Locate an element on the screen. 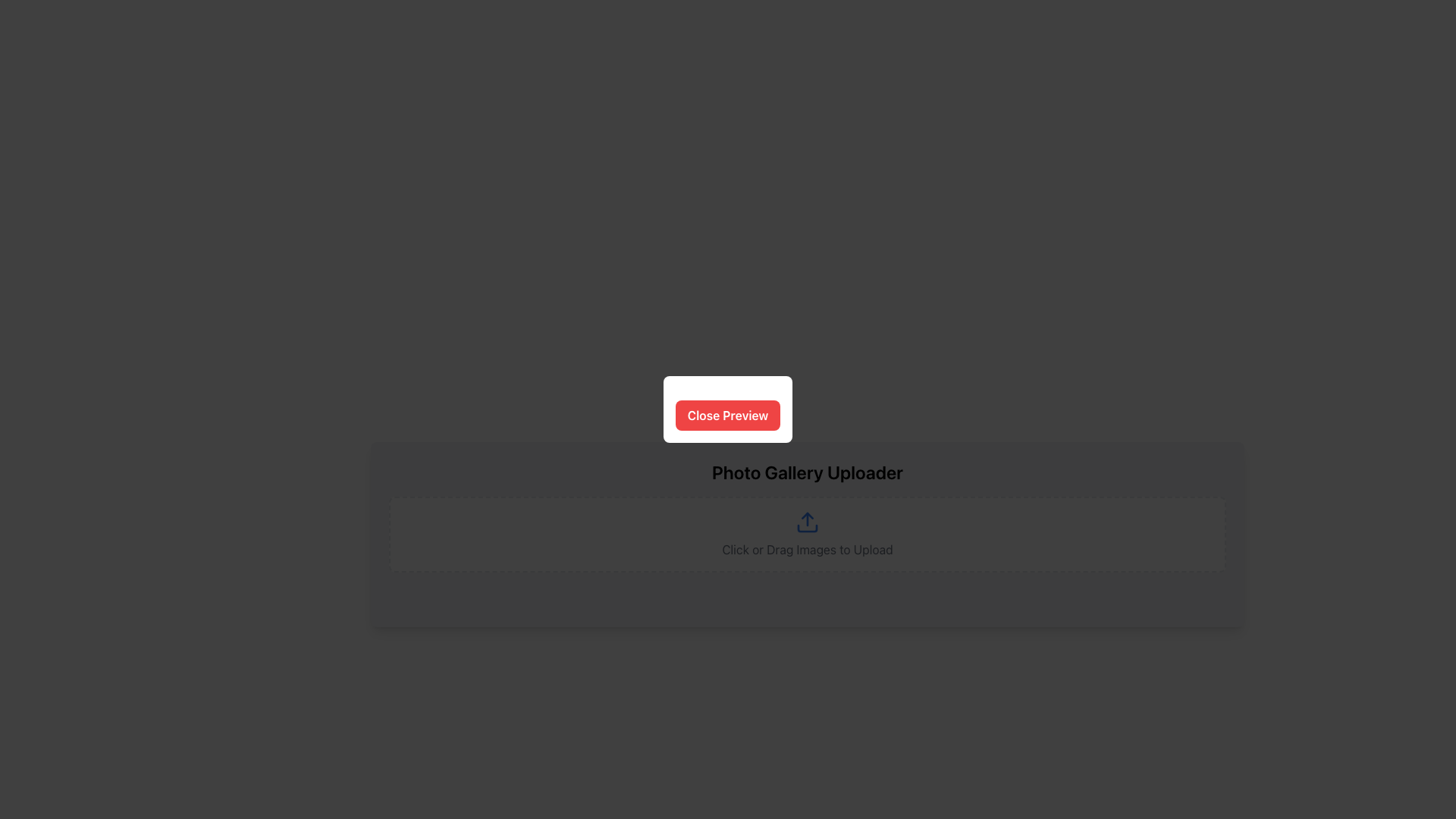 This screenshot has width=1456, height=819. the close button located in the center area of the preview modal is located at coordinates (728, 415).